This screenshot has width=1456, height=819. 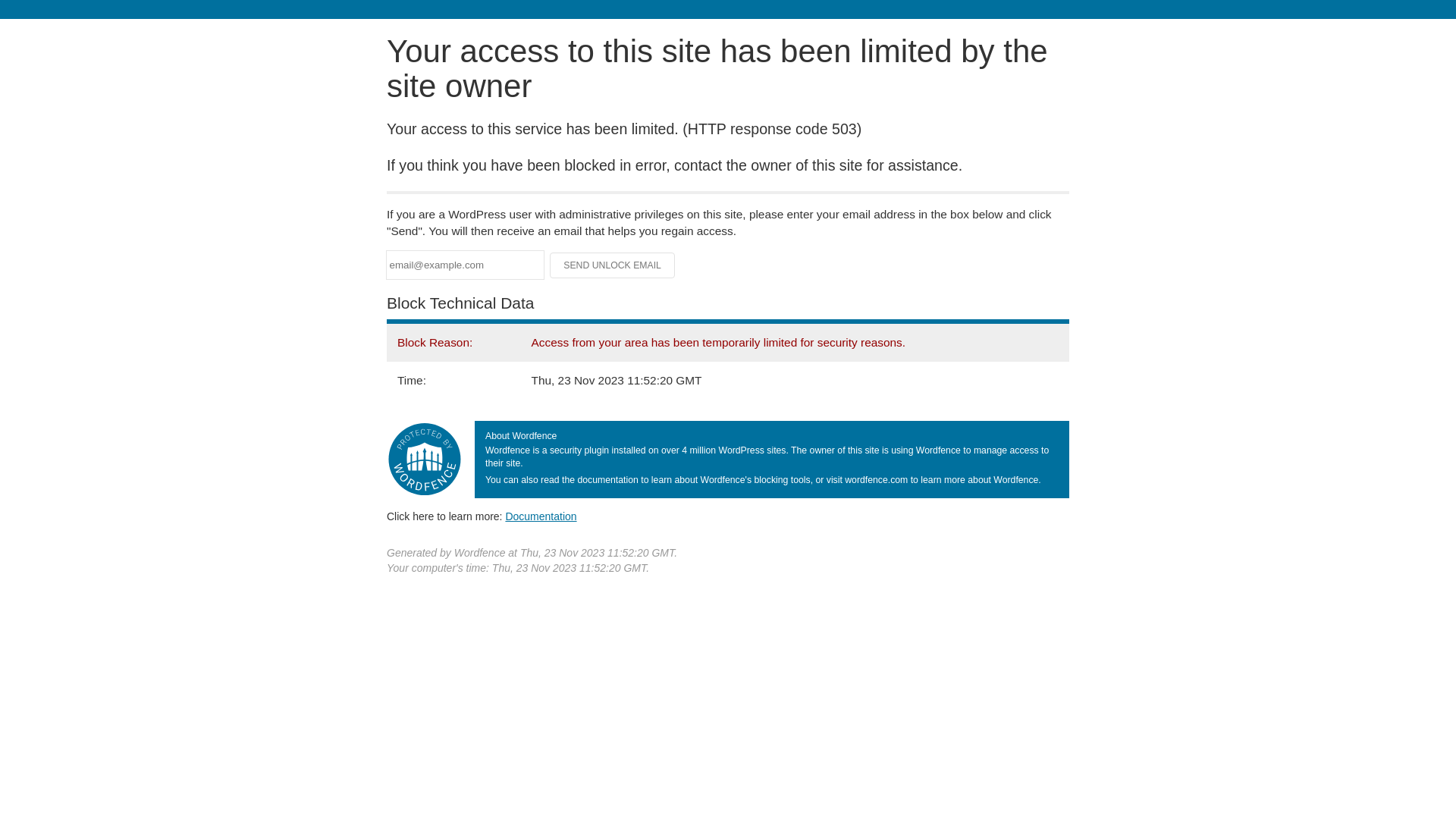 What do you see at coordinates (505, 516) in the screenshot?
I see `'Documentation'` at bounding box center [505, 516].